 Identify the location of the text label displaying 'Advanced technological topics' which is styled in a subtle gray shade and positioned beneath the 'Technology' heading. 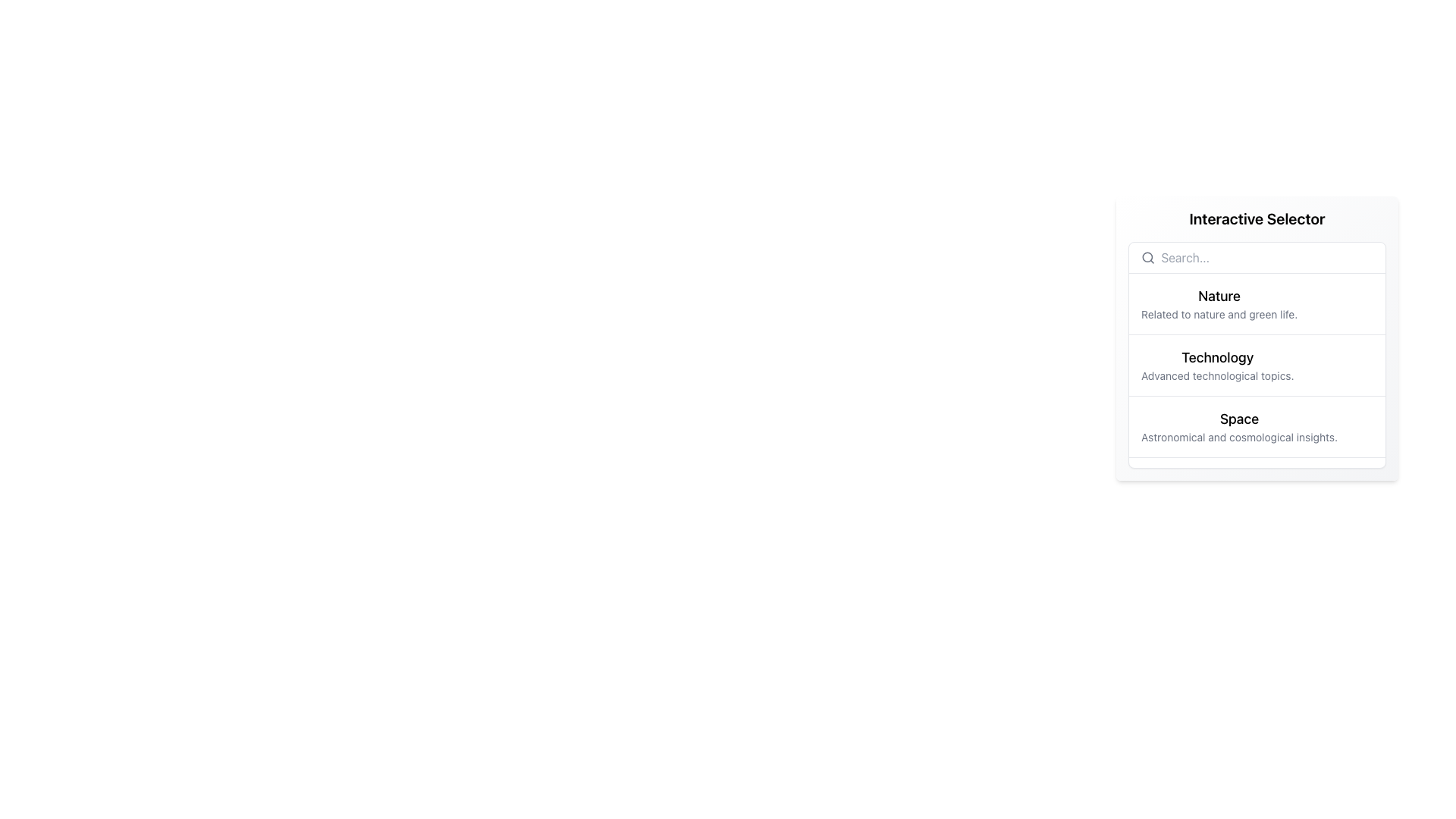
(1217, 375).